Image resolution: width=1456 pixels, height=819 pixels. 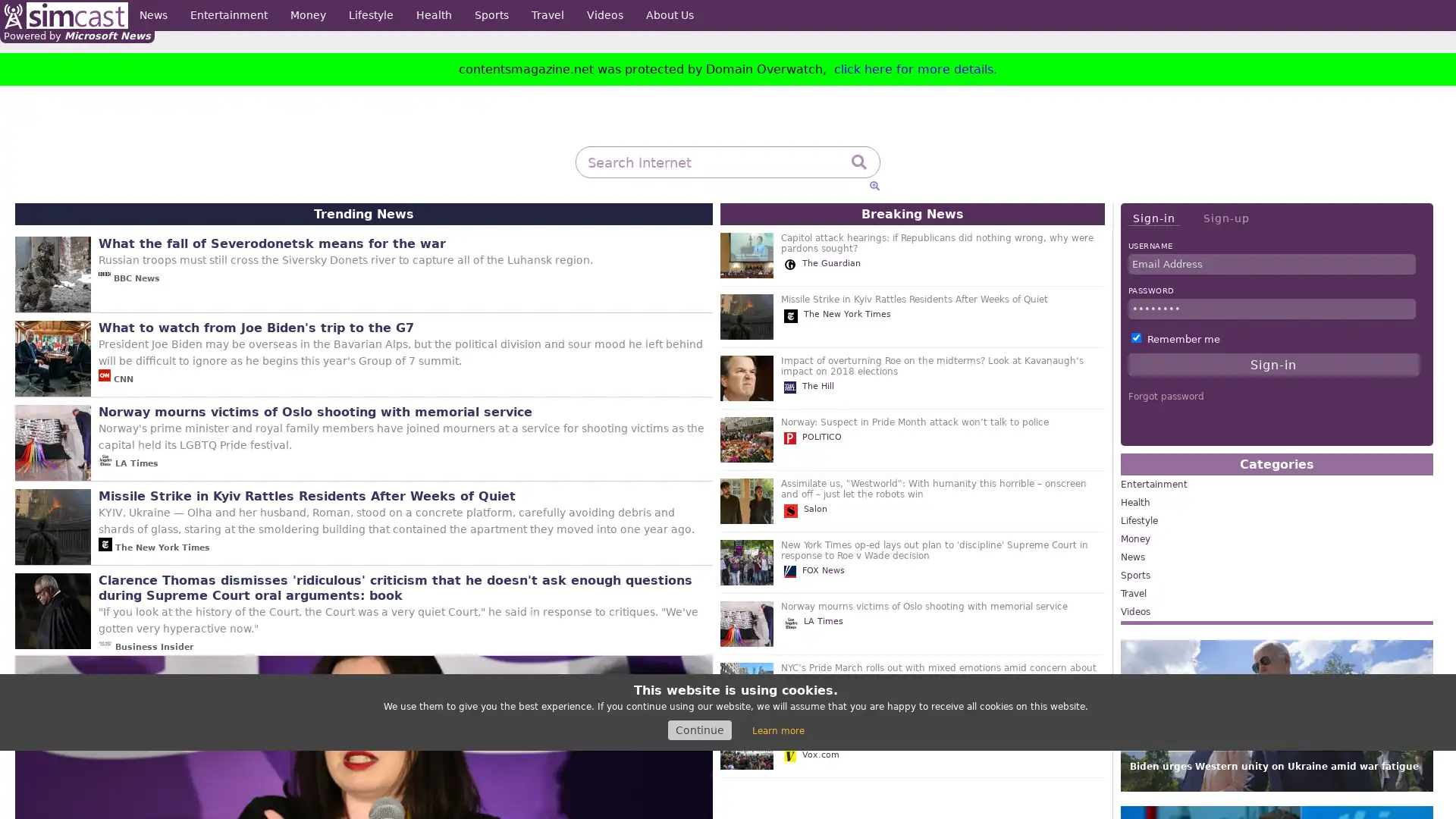 I want to click on Sign-in, so click(x=1273, y=365).